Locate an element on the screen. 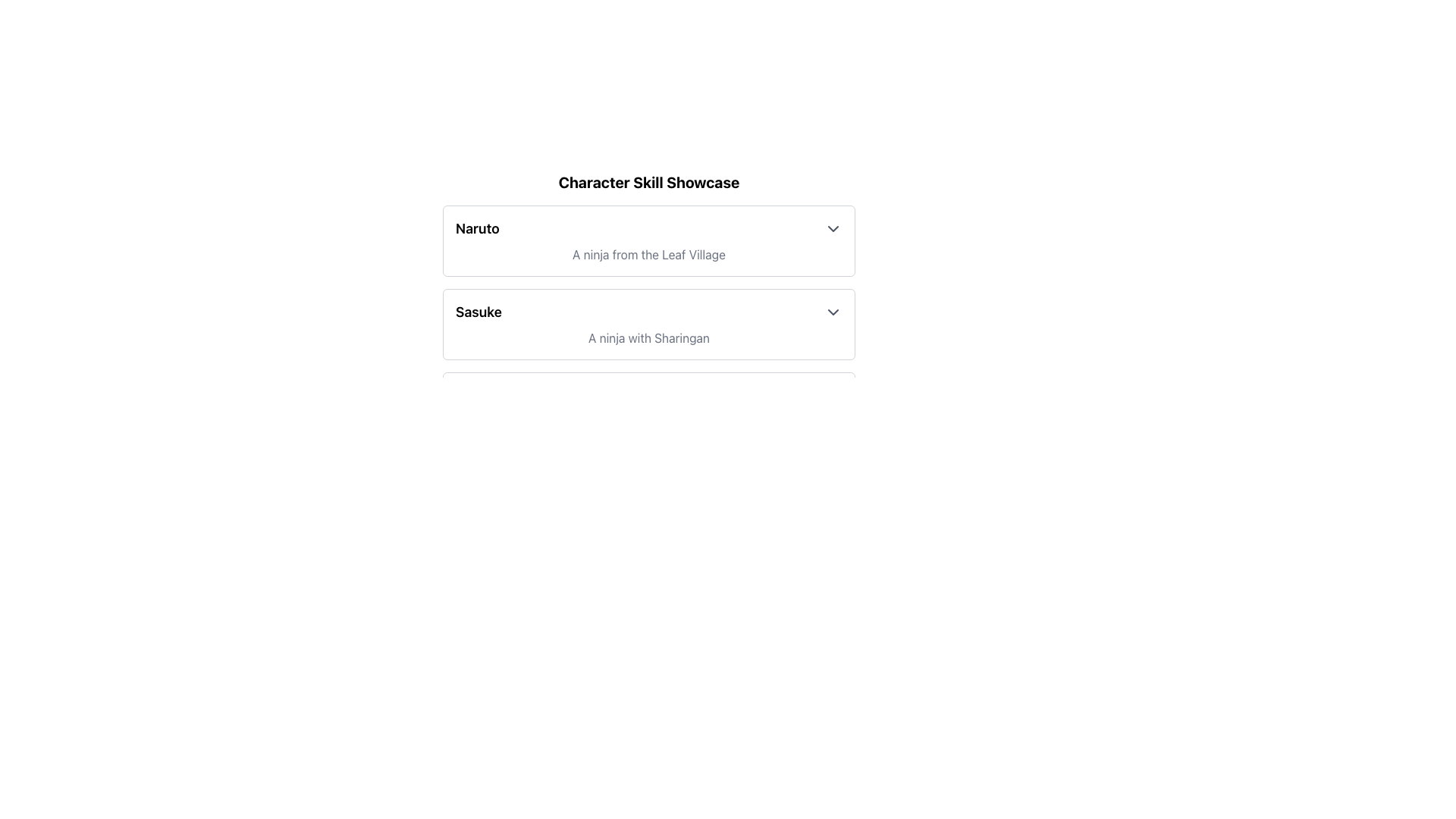  the dropdown menu labeled 'Naruto' is located at coordinates (648, 228).